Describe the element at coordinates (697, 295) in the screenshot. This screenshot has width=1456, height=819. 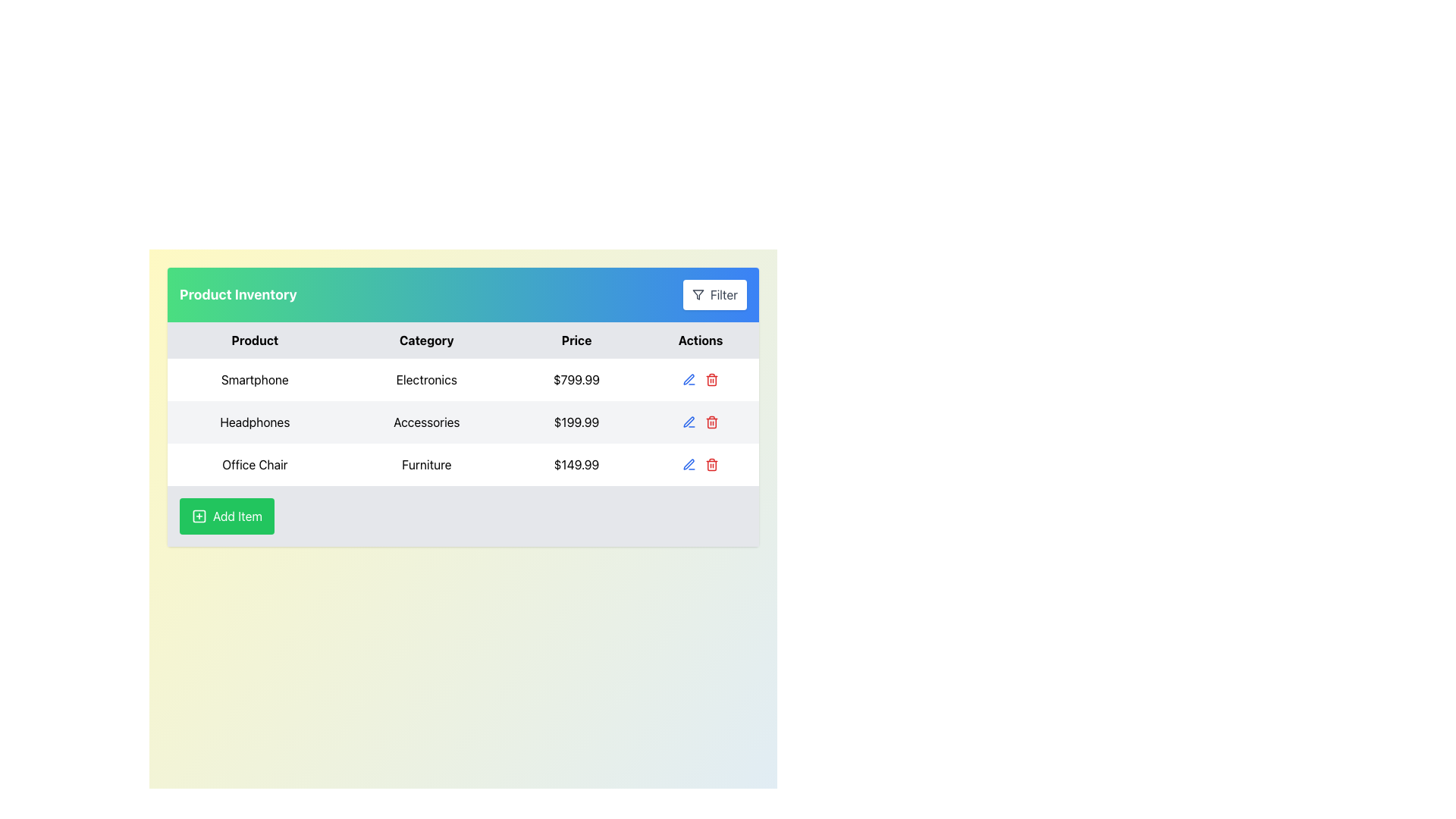
I see `the filtering icon located inside the 'Filter' button at the top-right corner of the product inventory section` at that location.